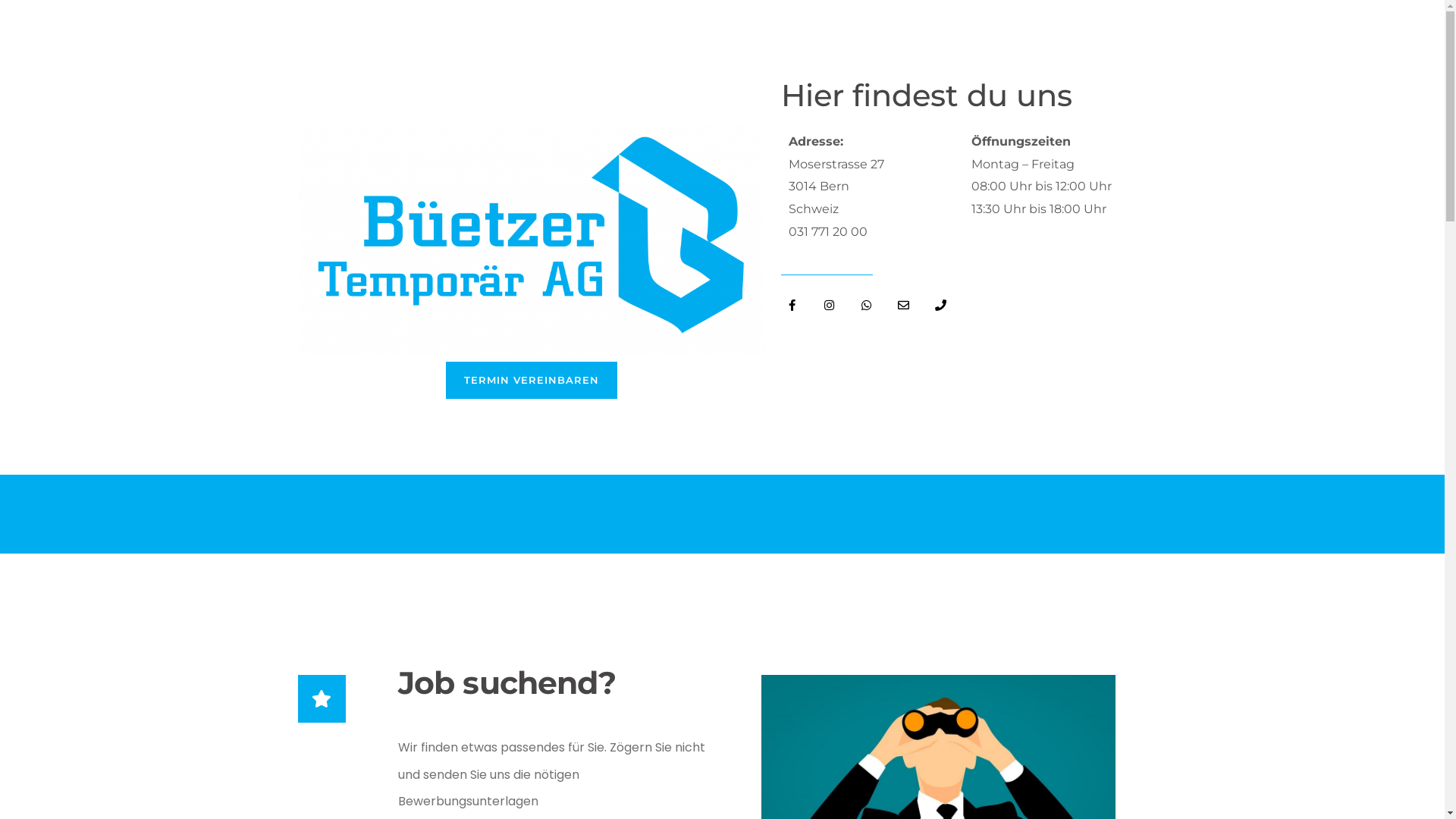 Image resolution: width=1456 pixels, height=819 pixels. Describe the element at coordinates (903, 305) in the screenshot. I see `'Envelope'` at that location.